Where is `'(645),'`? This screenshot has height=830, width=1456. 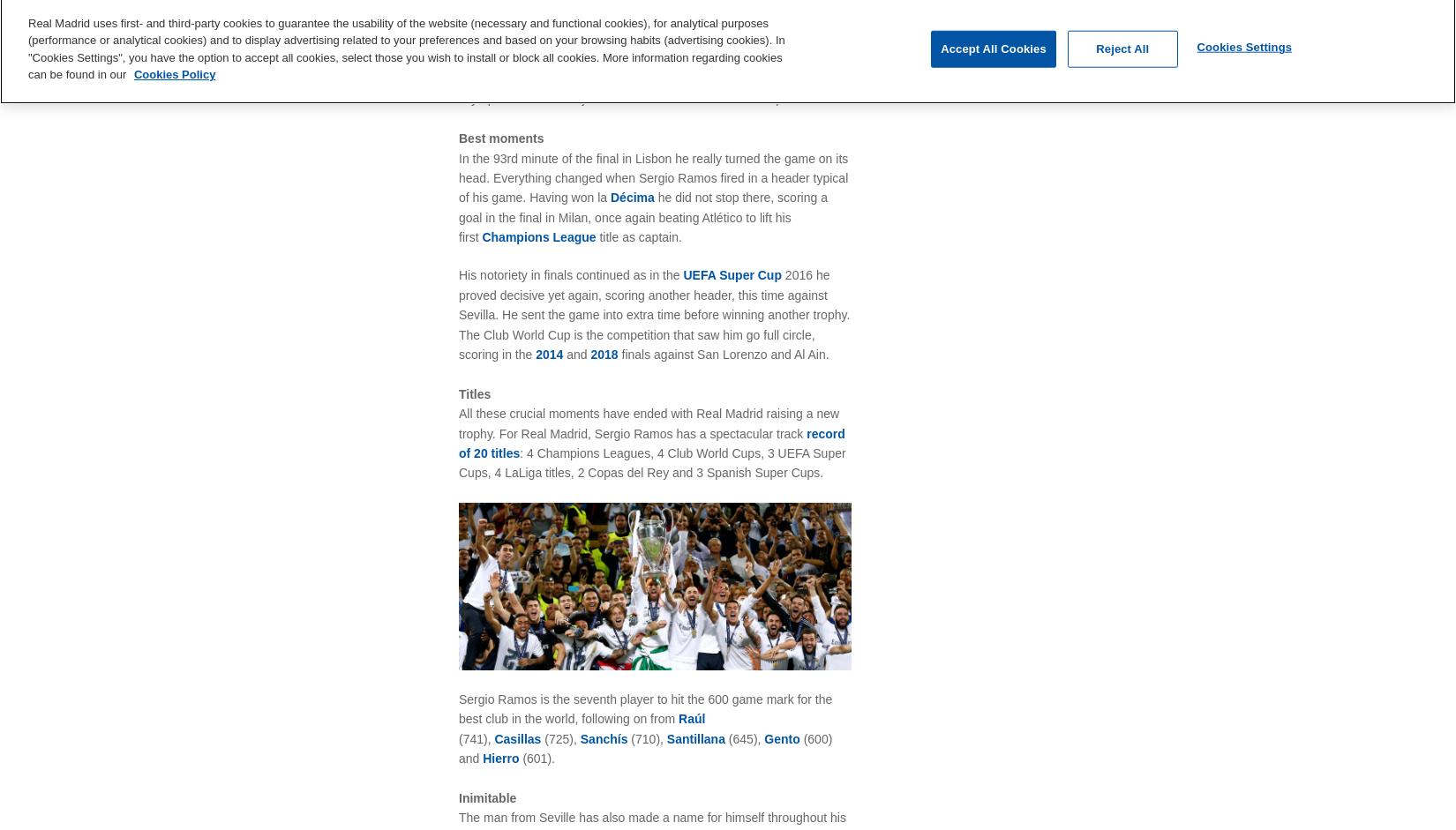 '(645),' is located at coordinates (728, 737).